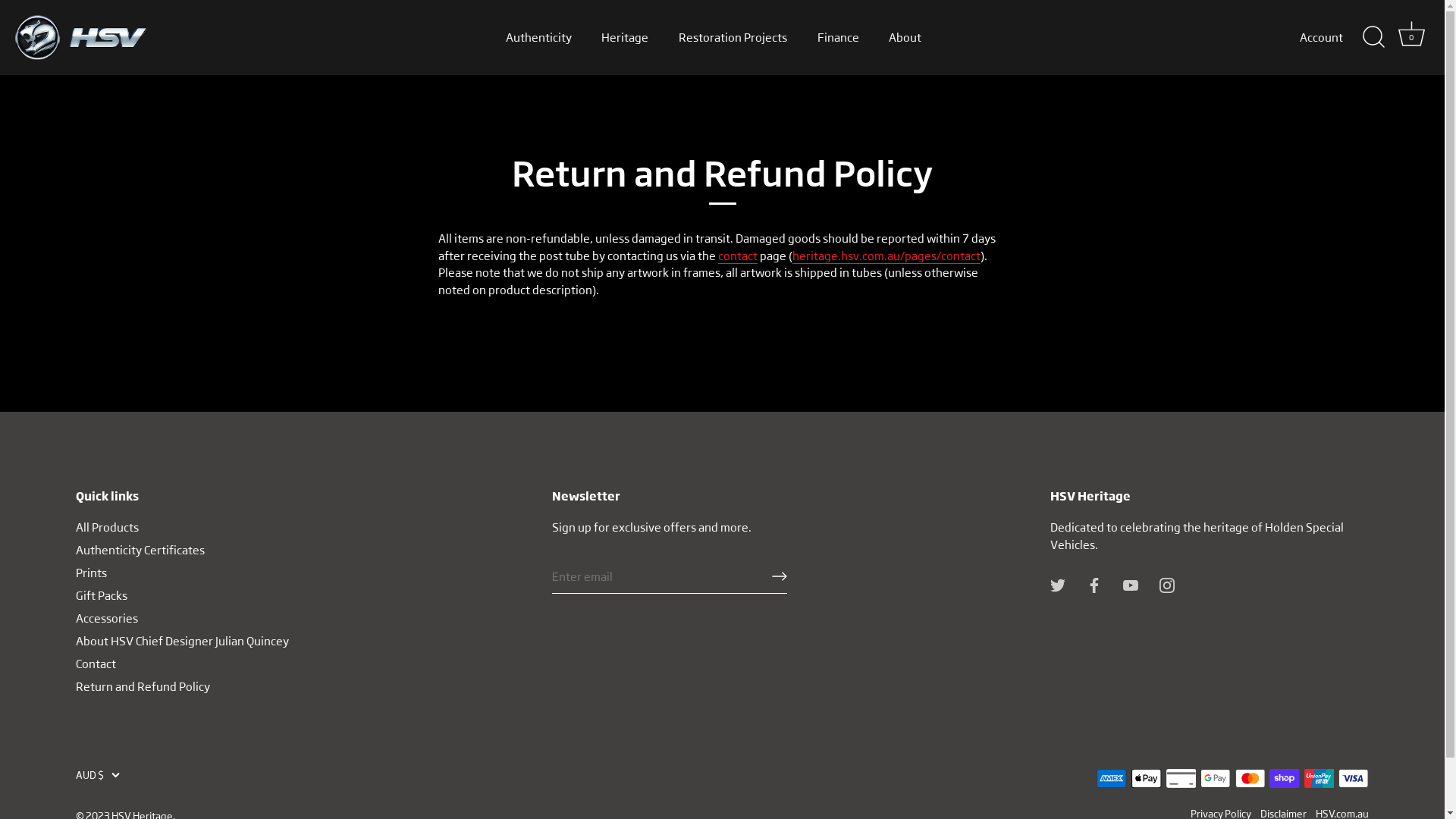 The height and width of the screenshot is (819, 1456). I want to click on 'Authenticity', so click(538, 36).